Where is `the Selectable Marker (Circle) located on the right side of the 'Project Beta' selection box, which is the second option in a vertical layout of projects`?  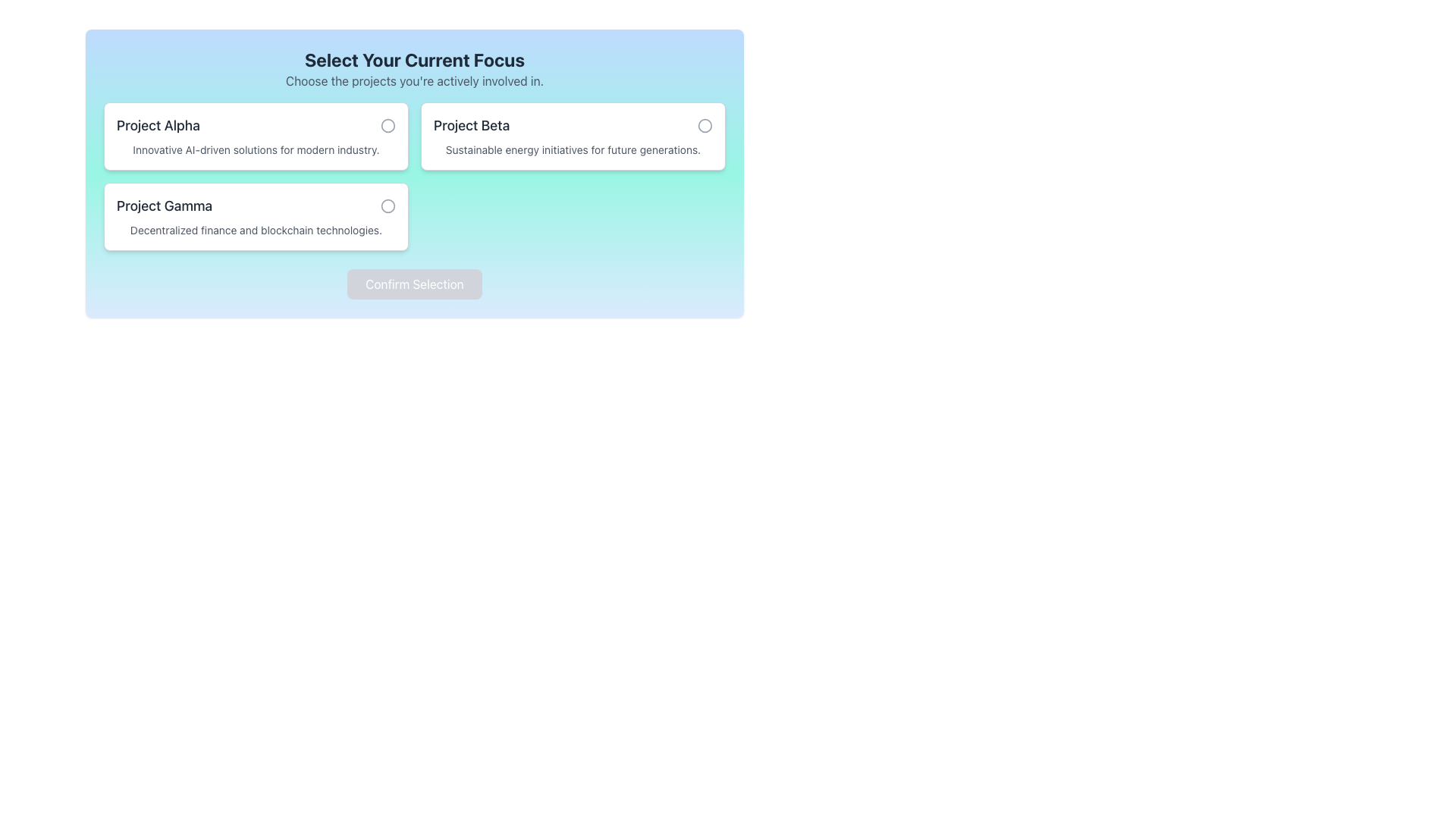
the Selectable Marker (Circle) located on the right side of the 'Project Beta' selection box, which is the second option in a vertical layout of projects is located at coordinates (704, 124).